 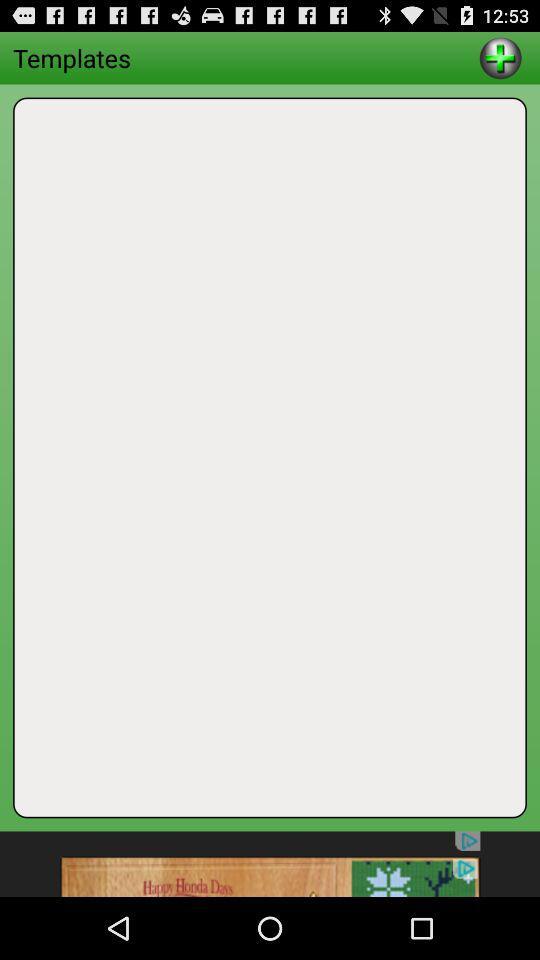 I want to click on the add icon, so click(x=499, y=61).